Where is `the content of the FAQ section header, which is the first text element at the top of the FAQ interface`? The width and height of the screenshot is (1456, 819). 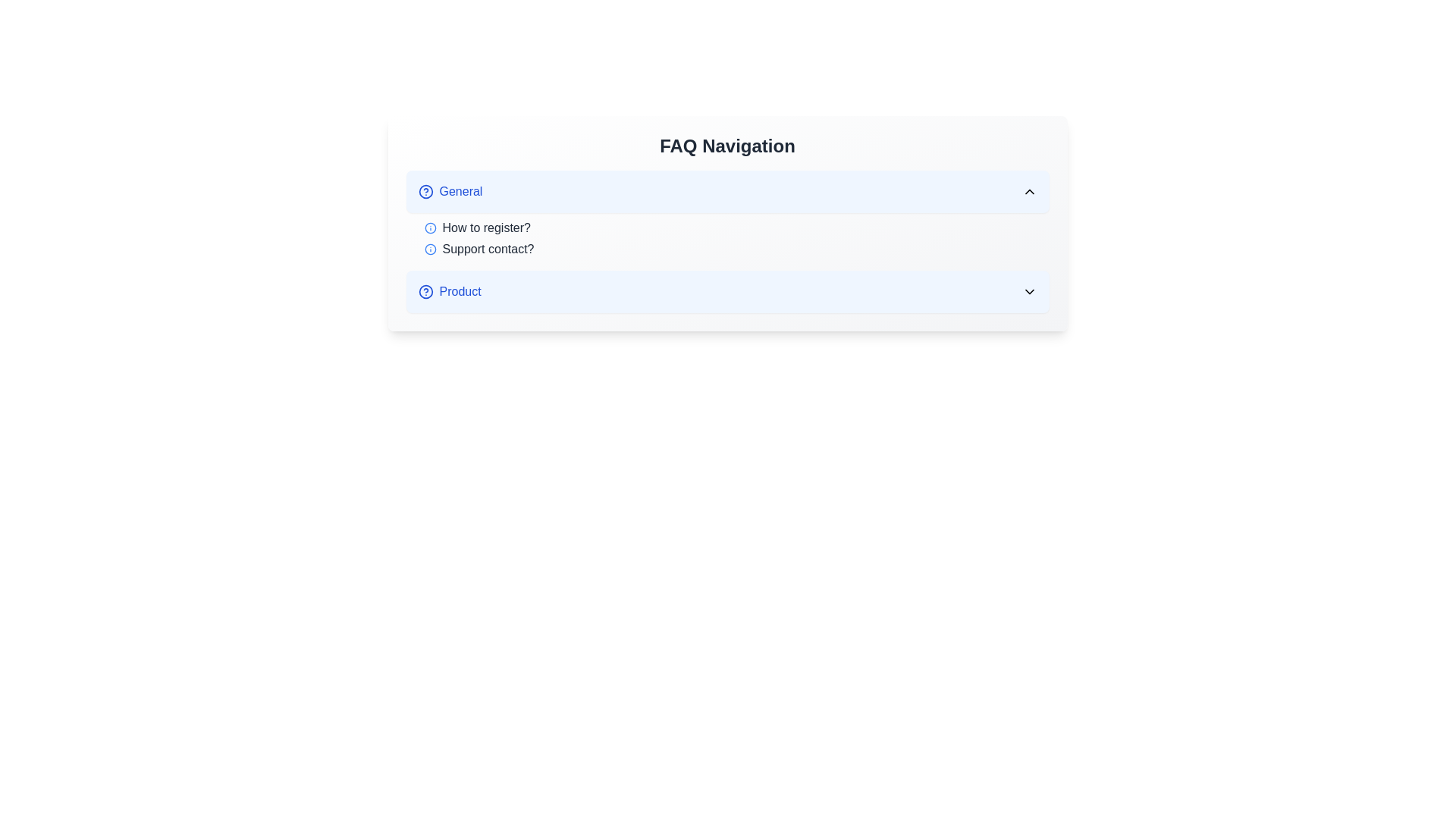 the content of the FAQ section header, which is the first text element at the top of the FAQ interface is located at coordinates (726, 146).